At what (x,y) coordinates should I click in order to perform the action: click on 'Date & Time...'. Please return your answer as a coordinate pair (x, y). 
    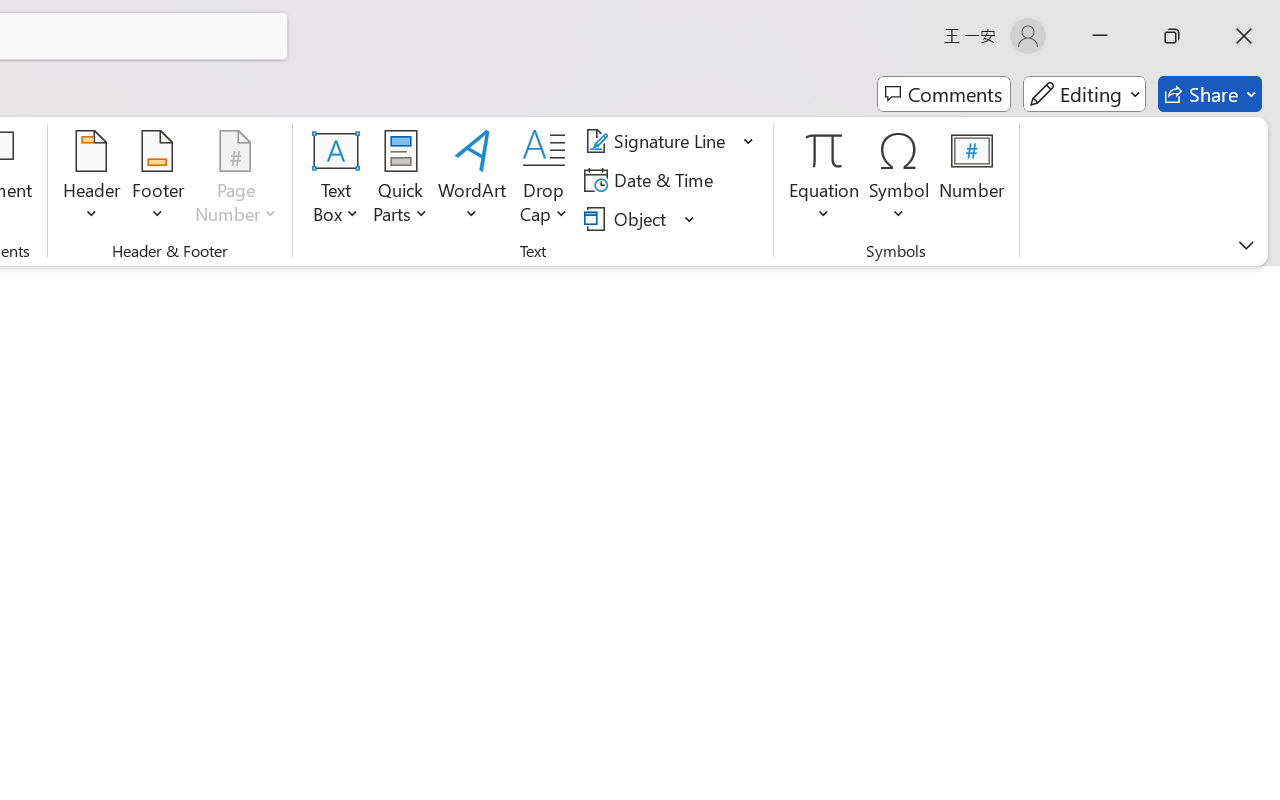
    Looking at the image, I should click on (652, 179).